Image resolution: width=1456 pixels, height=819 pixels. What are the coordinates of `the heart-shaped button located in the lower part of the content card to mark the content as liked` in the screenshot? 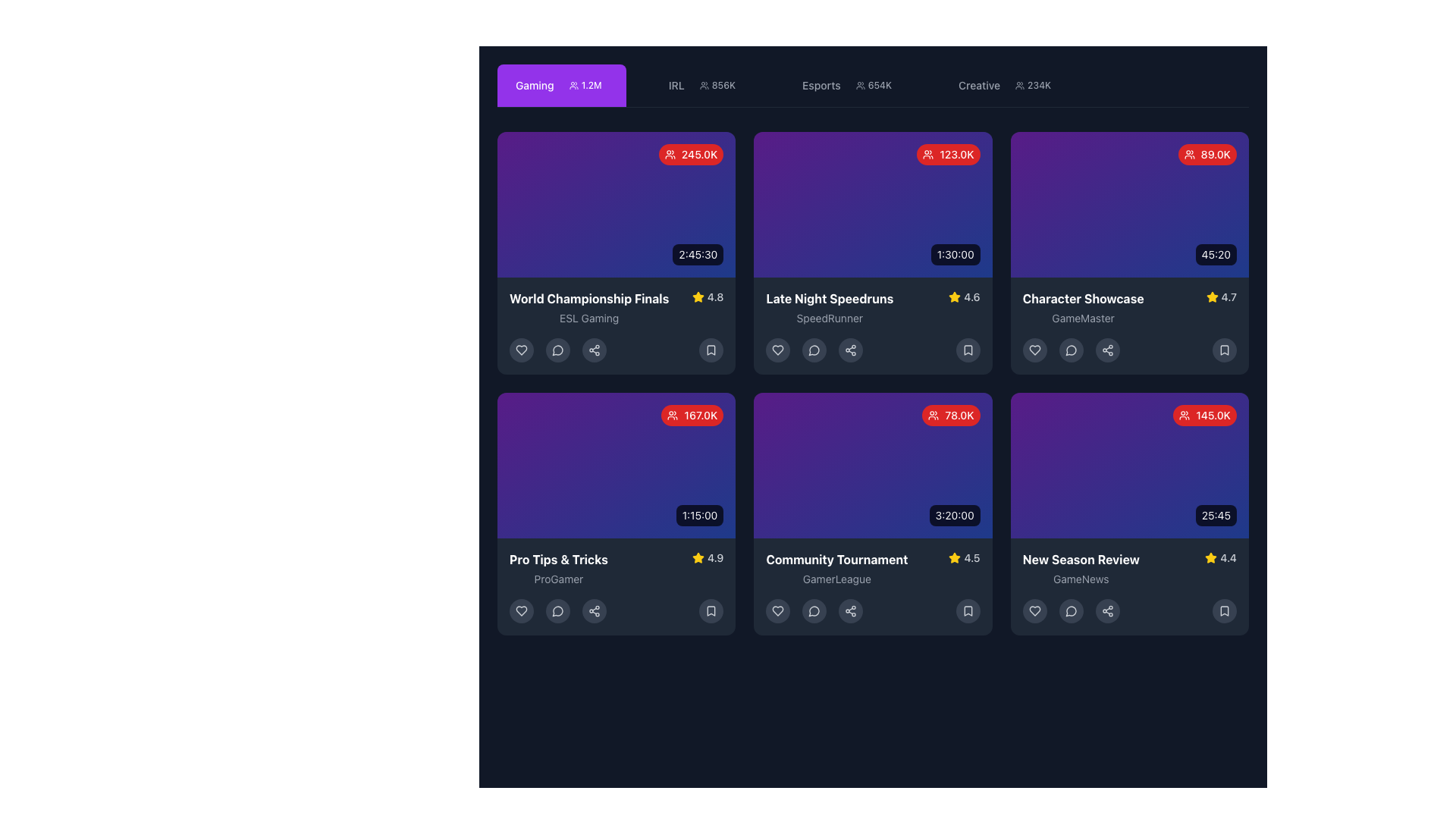 It's located at (1034, 350).